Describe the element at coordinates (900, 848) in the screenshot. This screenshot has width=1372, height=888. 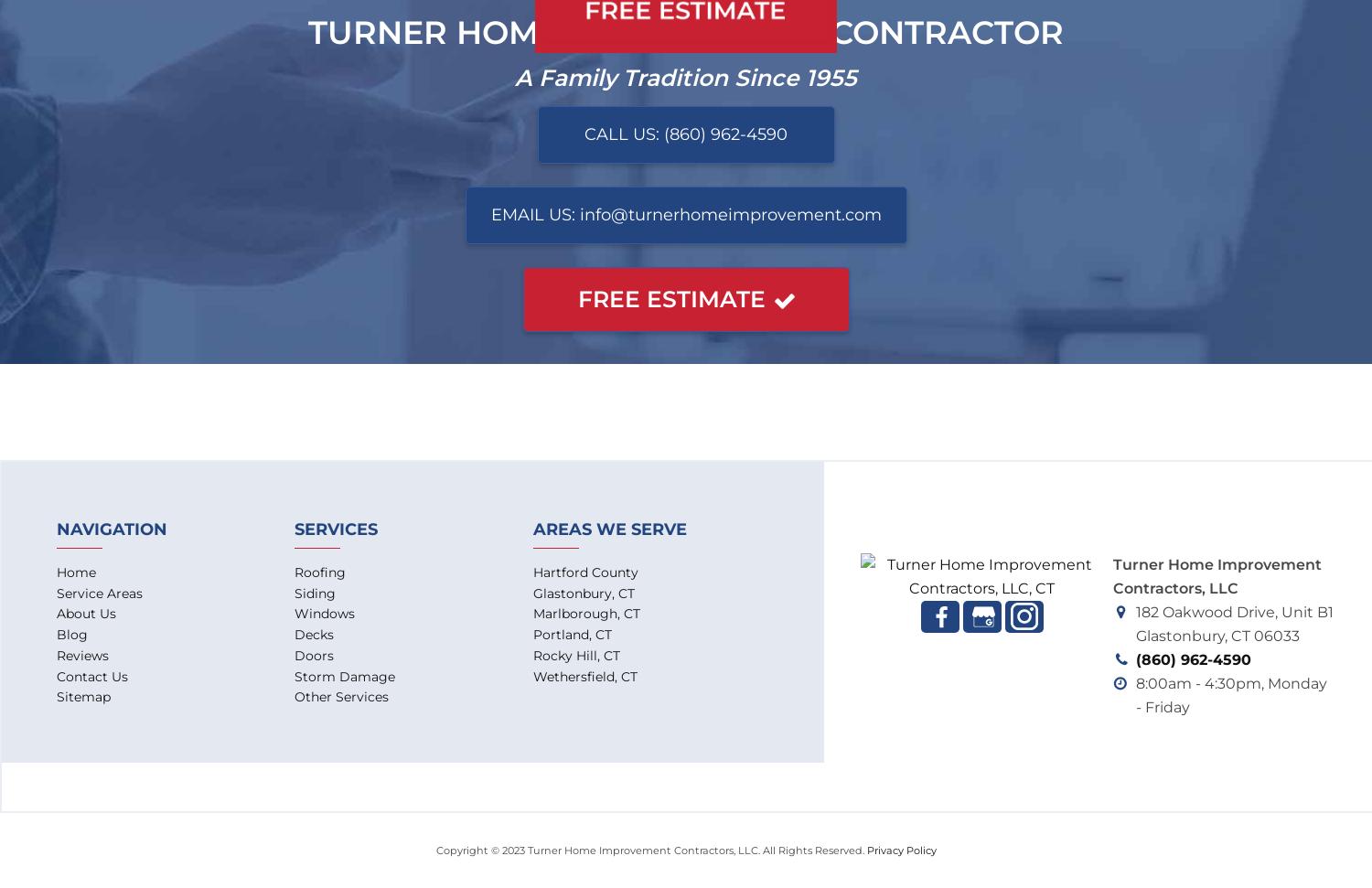
I see `'Privacy Policy'` at that location.